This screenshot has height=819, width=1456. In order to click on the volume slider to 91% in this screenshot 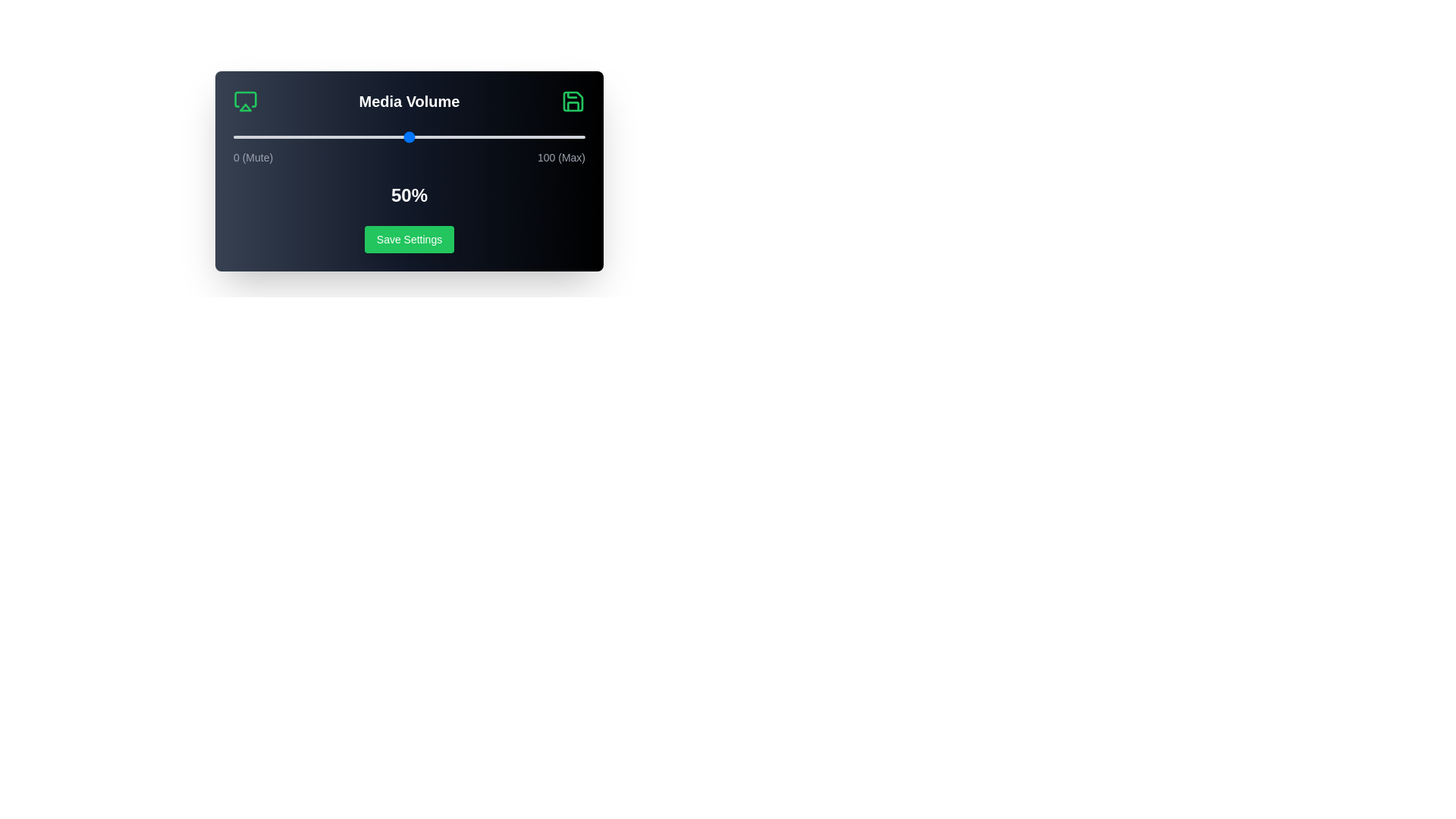, I will do `click(553, 137)`.